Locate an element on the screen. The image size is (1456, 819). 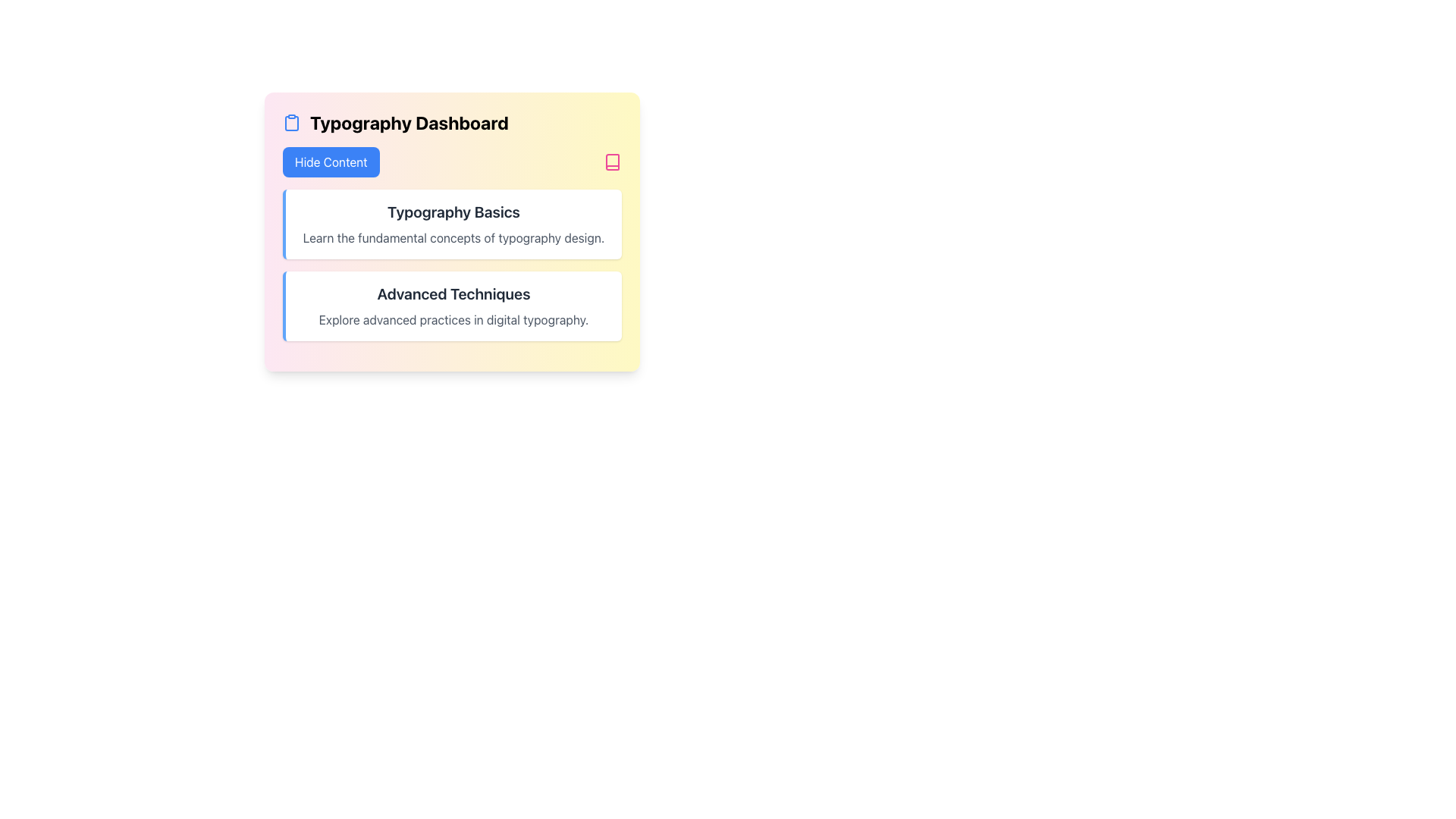
the decorative icon located to the left of the 'Typography Dashboard' title, which enhances the visual appeal of the dashboard's header is located at coordinates (291, 122).